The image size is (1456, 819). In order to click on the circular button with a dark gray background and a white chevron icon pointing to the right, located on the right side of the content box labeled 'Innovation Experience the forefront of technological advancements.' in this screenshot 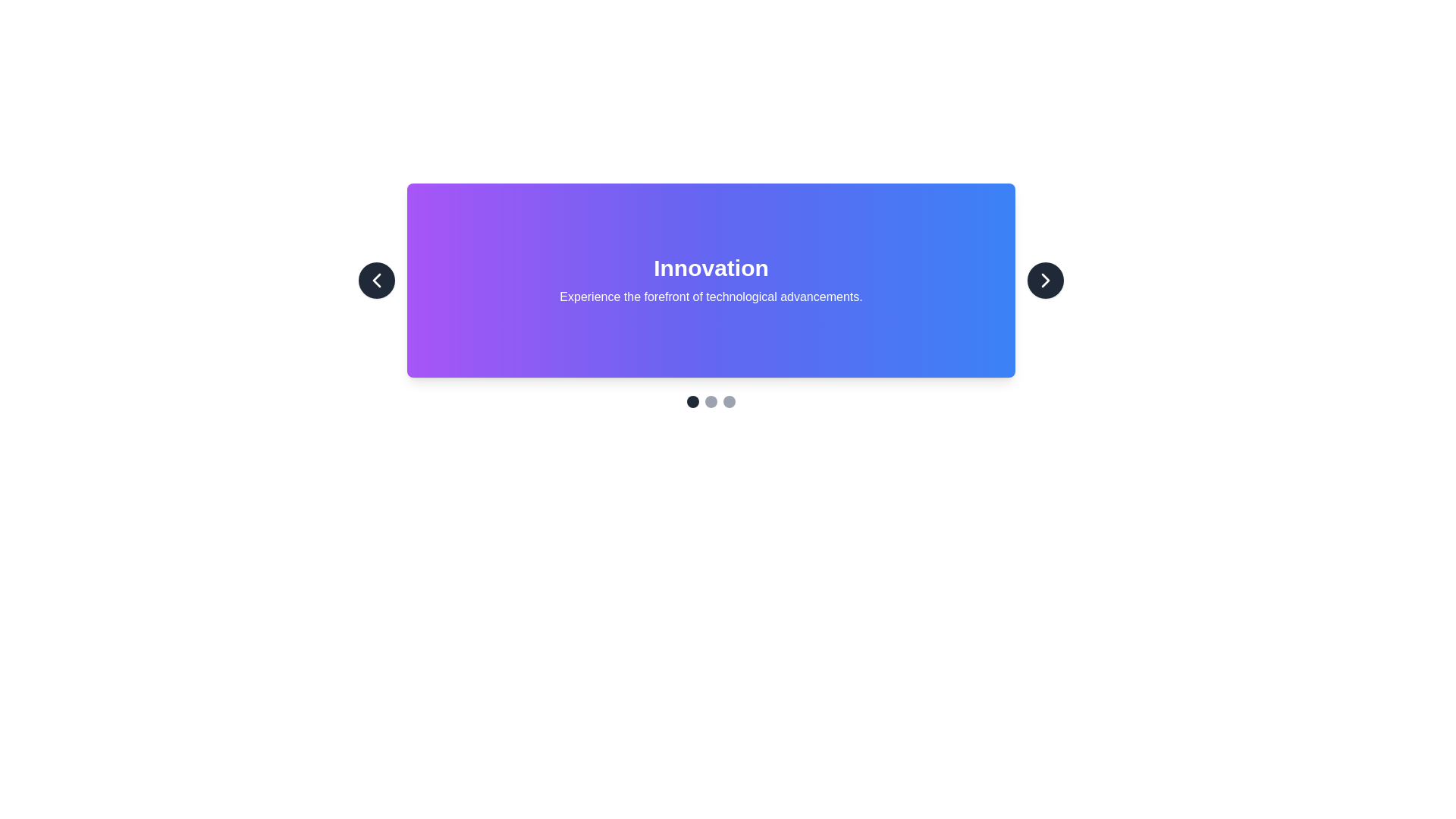, I will do `click(1044, 281)`.